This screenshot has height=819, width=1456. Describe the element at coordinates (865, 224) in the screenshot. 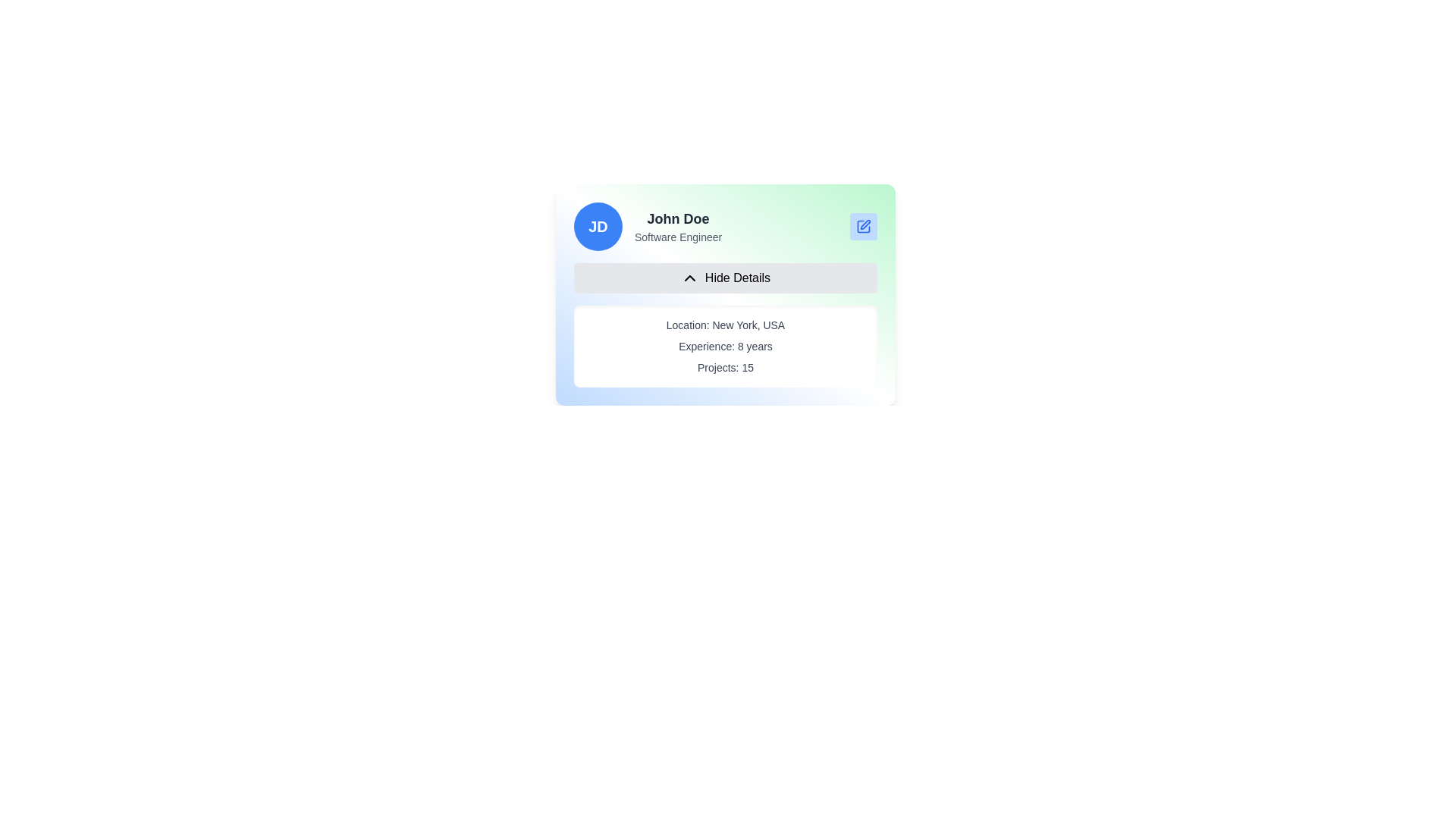

I see `the diagonal pencil icon embedded within a square outline located in the top-right area of the card layout, adjacent to the user's profile section and above the 'Hide Details' button` at that location.